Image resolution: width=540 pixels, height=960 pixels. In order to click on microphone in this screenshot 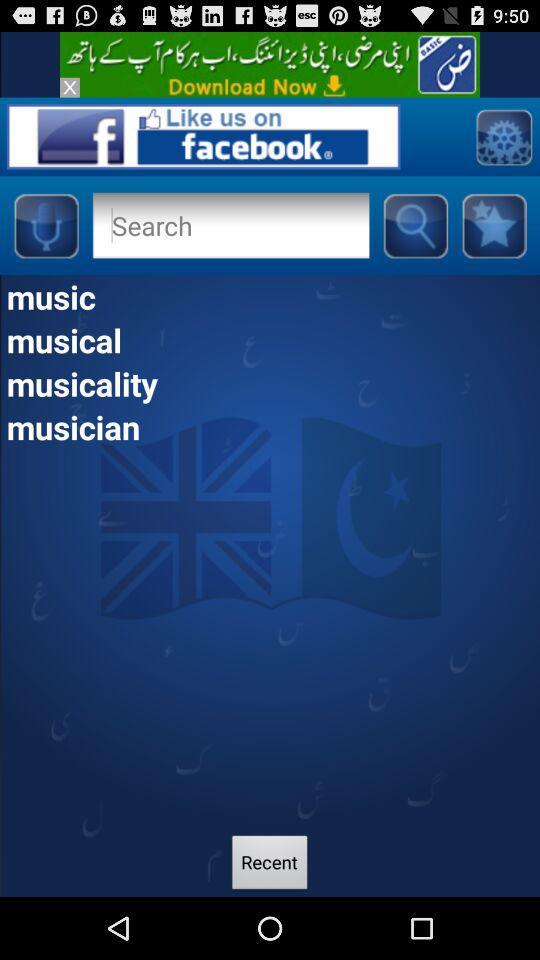, I will do `click(45, 225)`.